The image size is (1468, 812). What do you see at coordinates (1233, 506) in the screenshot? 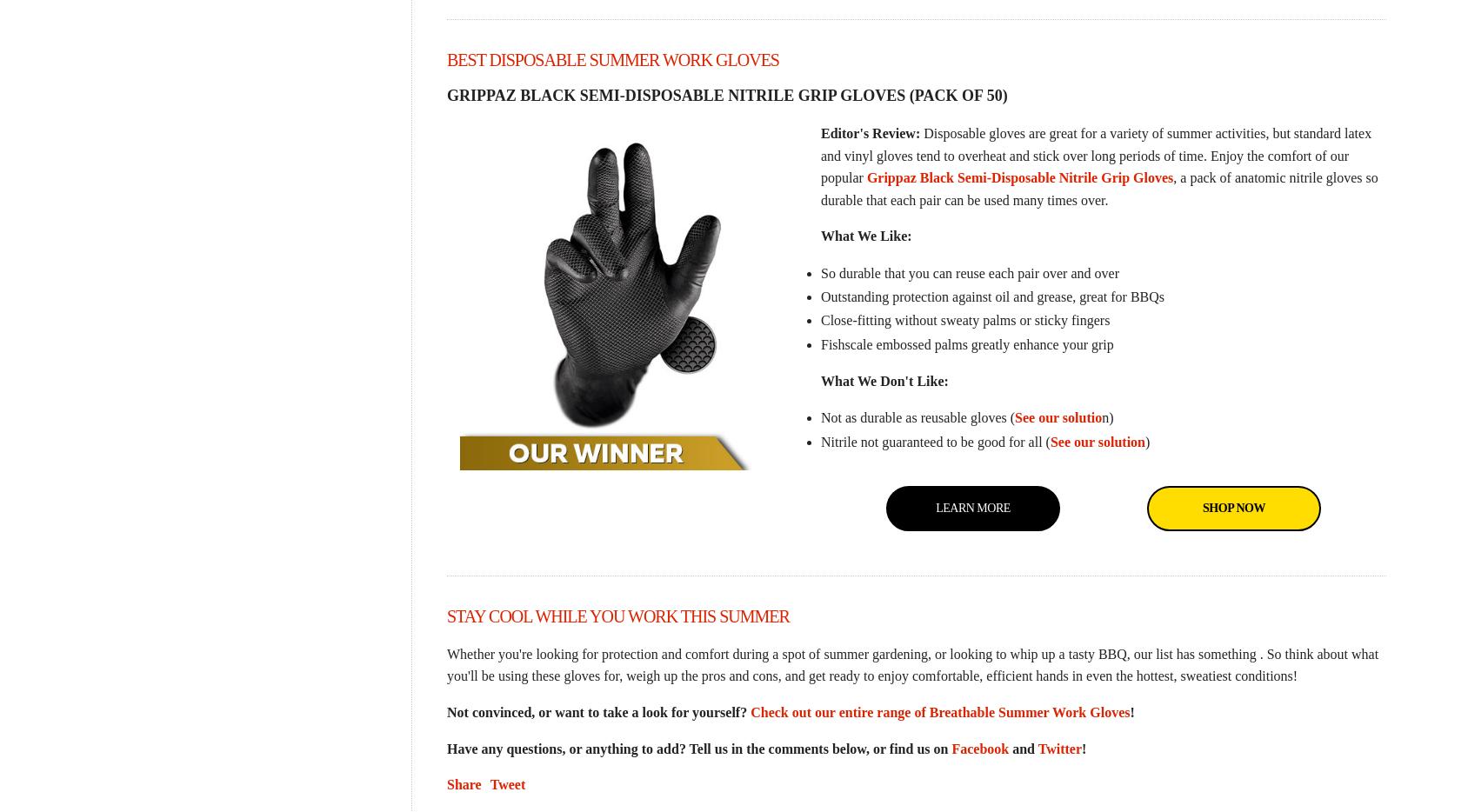
I see `'Shop Now'` at bounding box center [1233, 506].